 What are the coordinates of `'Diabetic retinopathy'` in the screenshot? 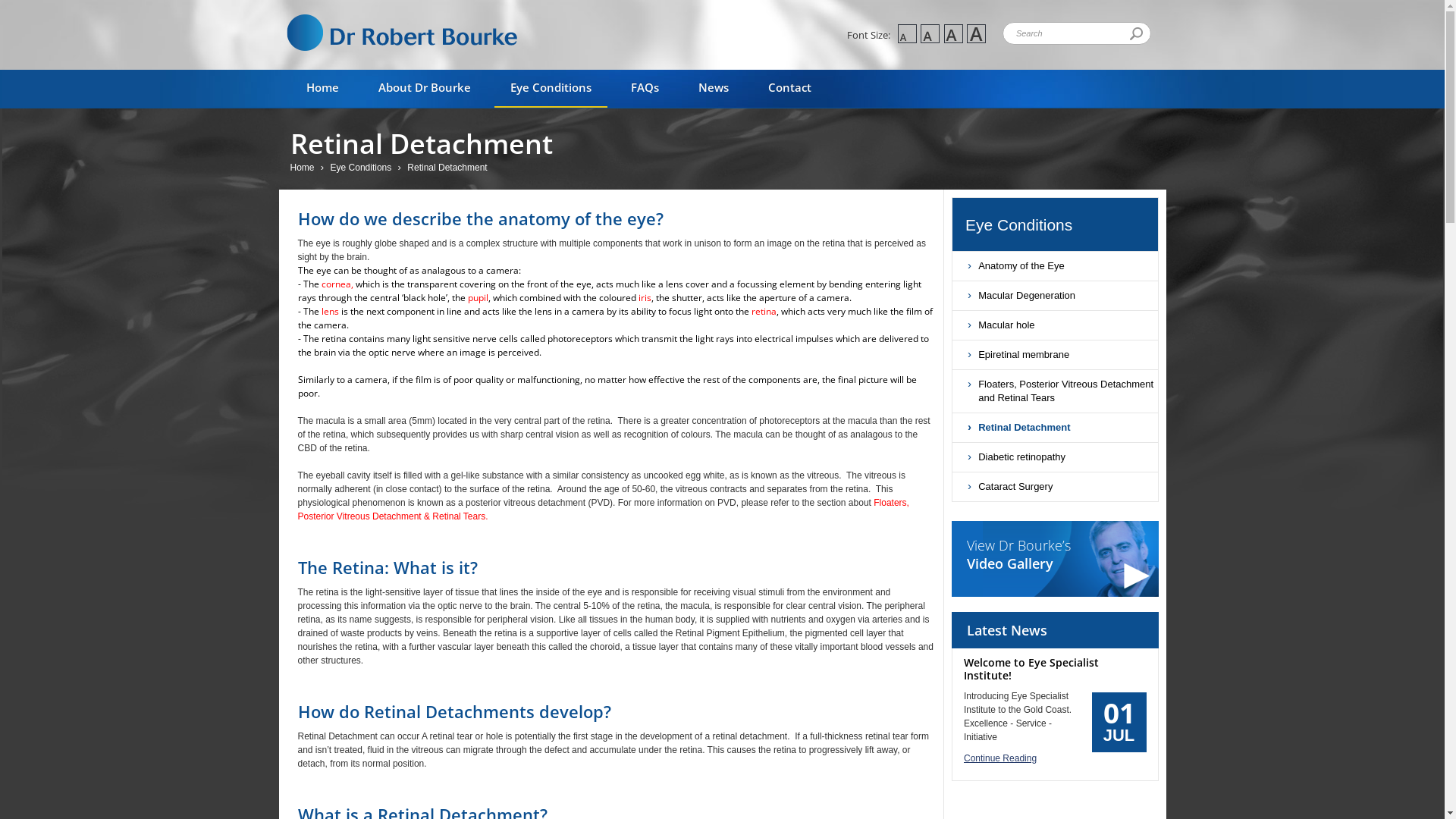 It's located at (1054, 456).